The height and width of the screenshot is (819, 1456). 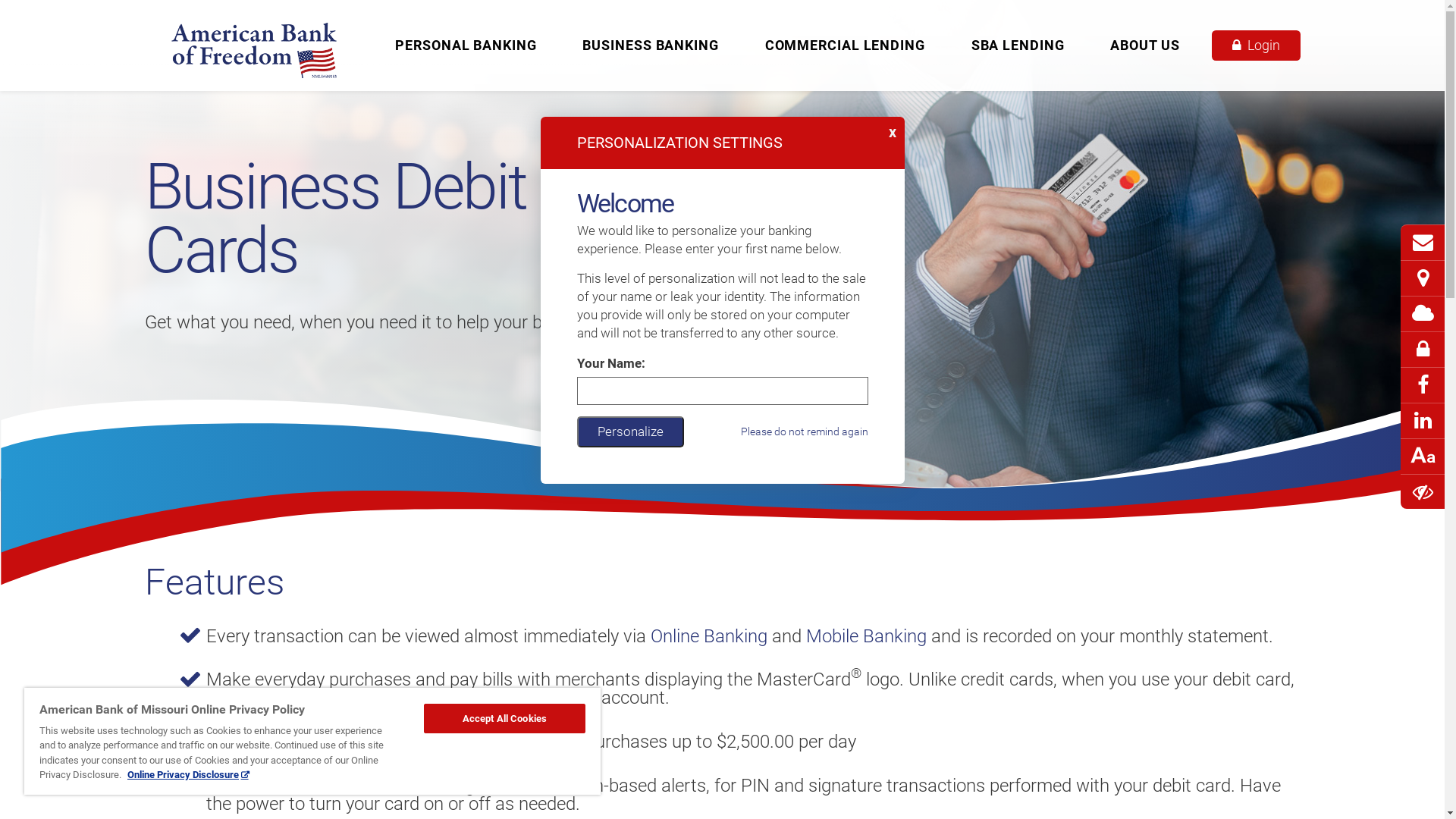 What do you see at coordinates (1422, 492) in the screenshot?
I see `'Accessibility Mode'` at bounding box center [1422, 492].